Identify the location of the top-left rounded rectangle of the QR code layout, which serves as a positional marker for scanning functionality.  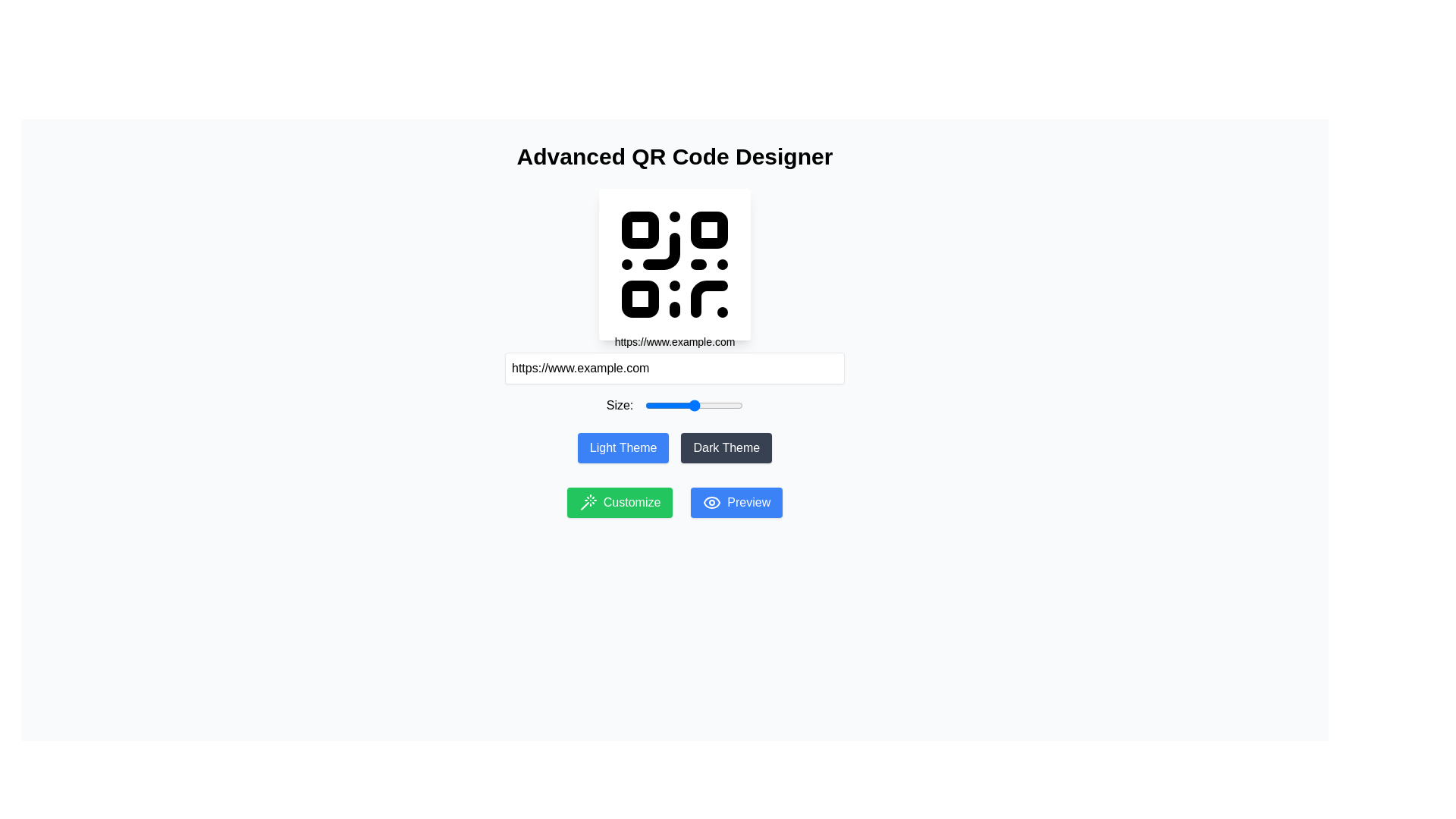
(640, 230).